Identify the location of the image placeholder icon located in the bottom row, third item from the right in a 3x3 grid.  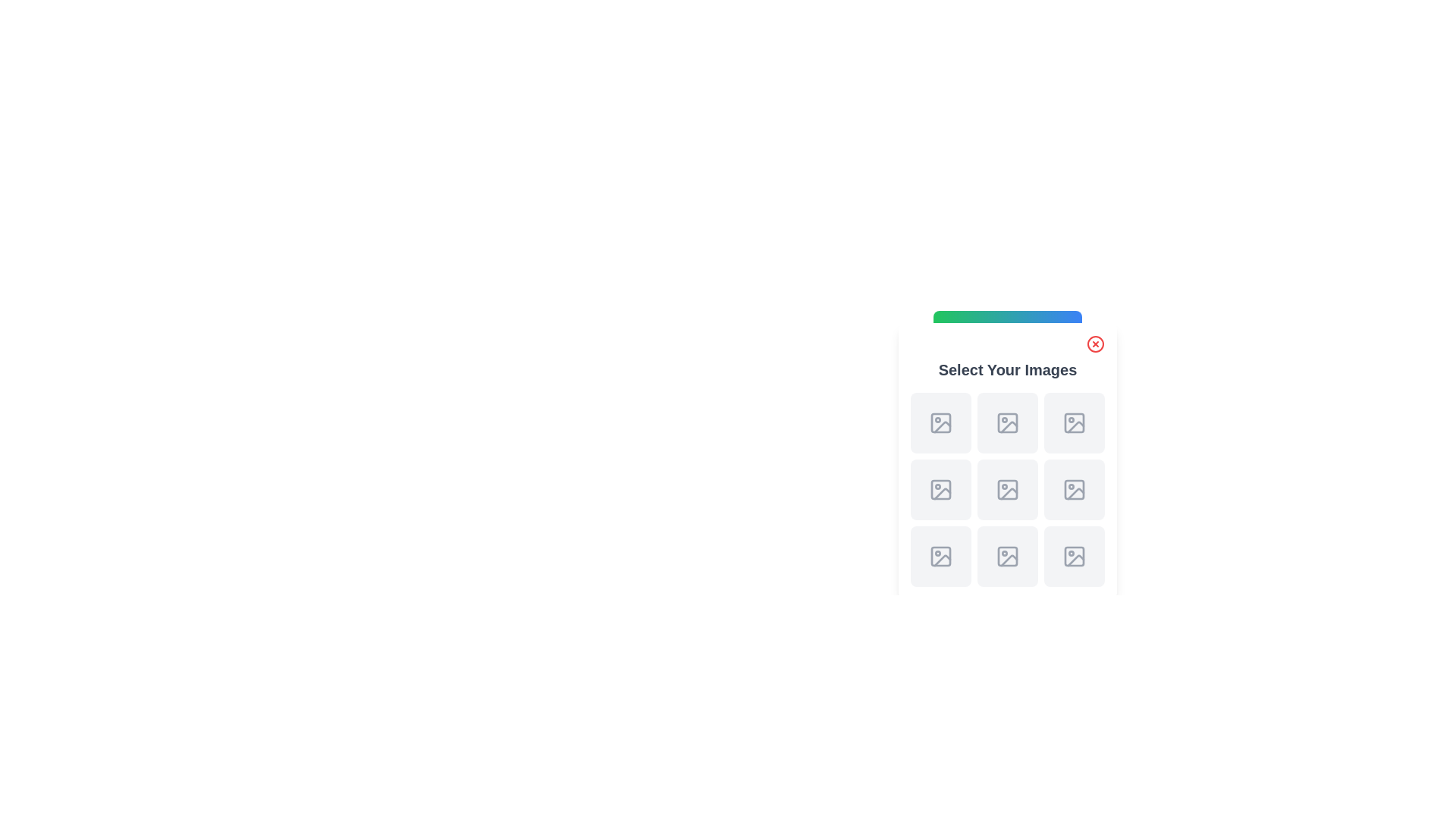
(1073, 556).